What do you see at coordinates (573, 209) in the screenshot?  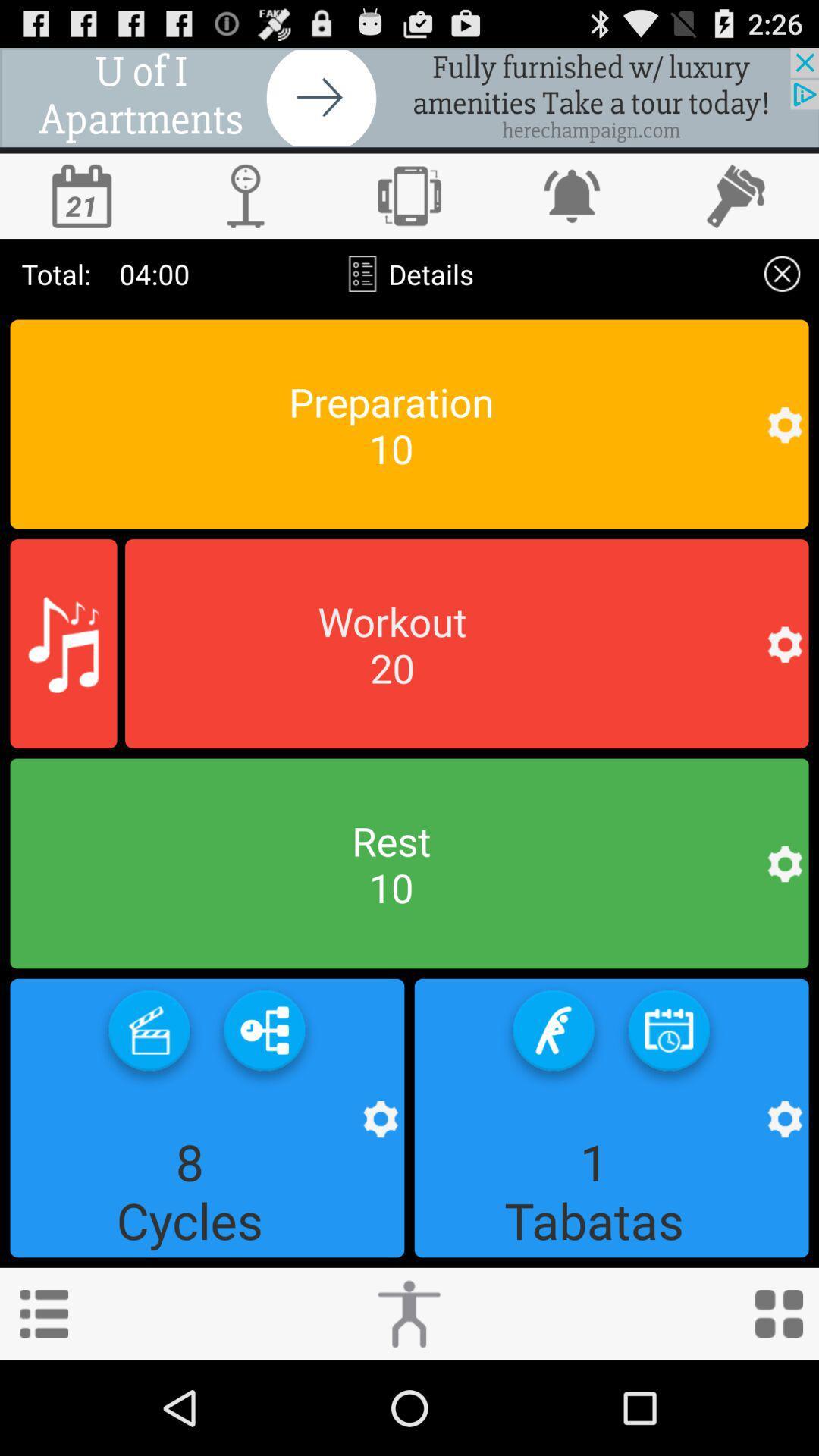 I see `the notifications icon` at bounding box center [573, 209].